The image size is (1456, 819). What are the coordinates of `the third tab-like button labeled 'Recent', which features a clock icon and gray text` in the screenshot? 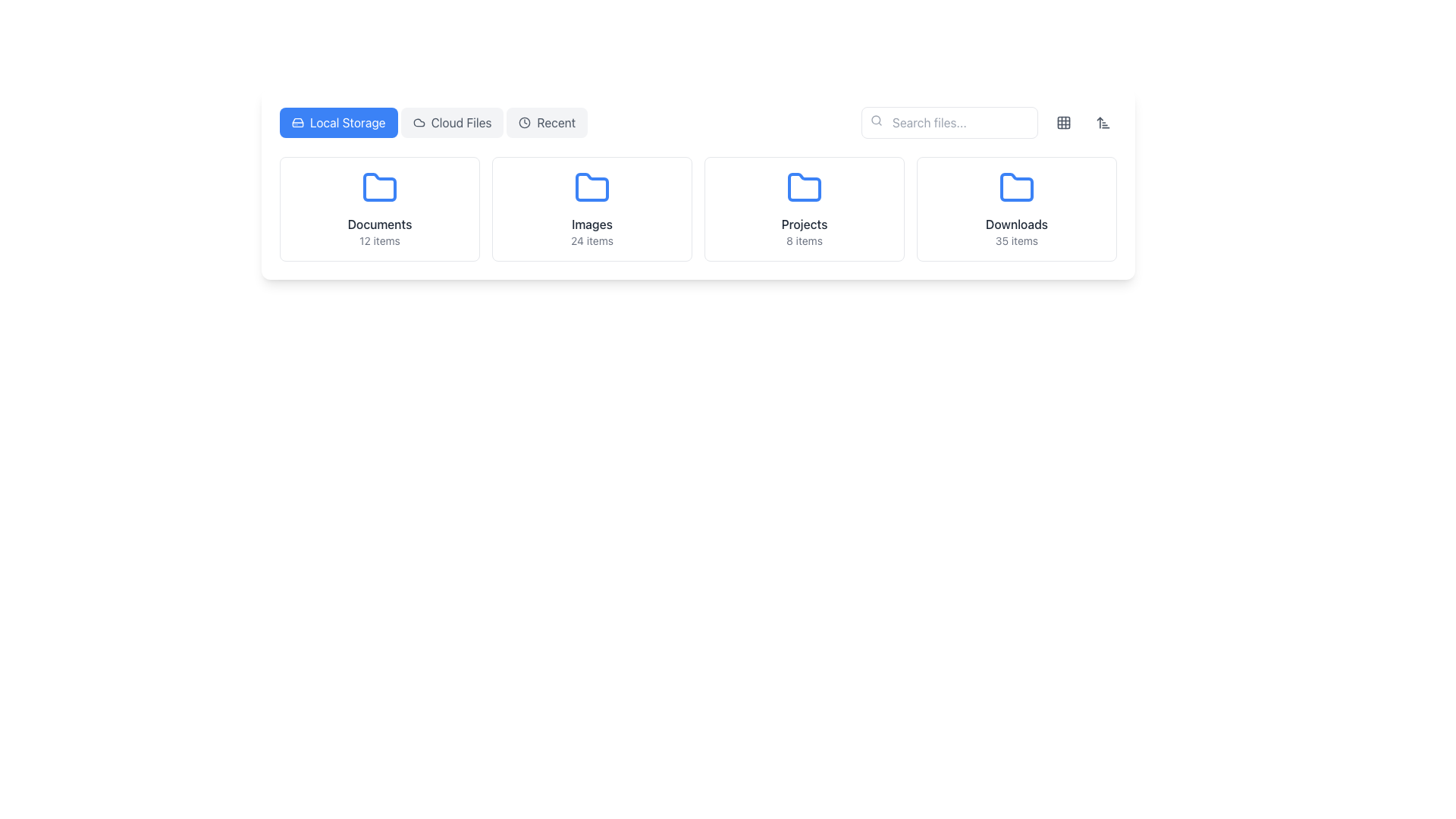 It's located at (546, 122).